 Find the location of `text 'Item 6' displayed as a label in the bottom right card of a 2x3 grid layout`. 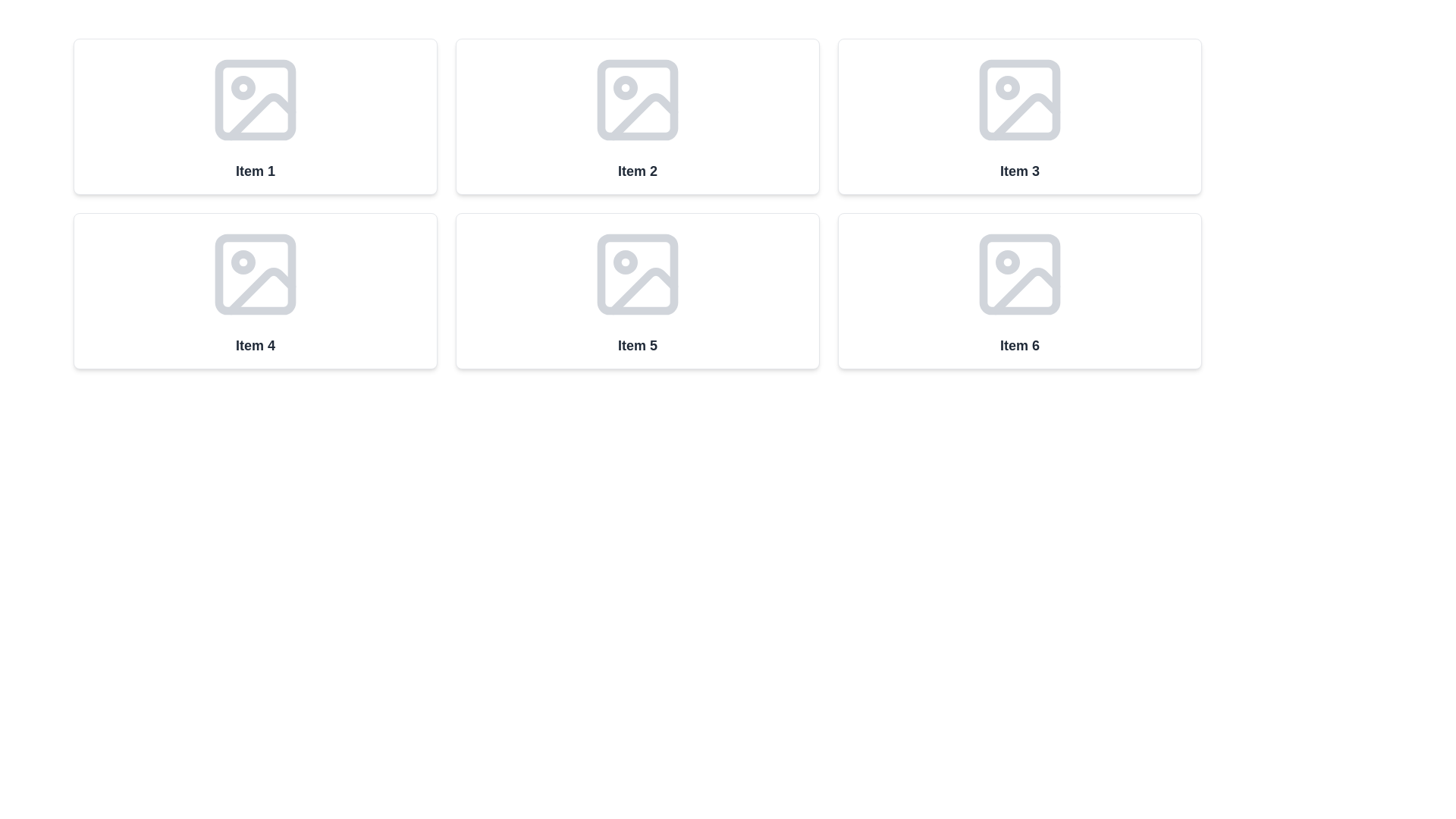

text 'Item 6' displayed as a label in the bottom right card of a 2x3 grid layout is located at coordinates (1019, 345).